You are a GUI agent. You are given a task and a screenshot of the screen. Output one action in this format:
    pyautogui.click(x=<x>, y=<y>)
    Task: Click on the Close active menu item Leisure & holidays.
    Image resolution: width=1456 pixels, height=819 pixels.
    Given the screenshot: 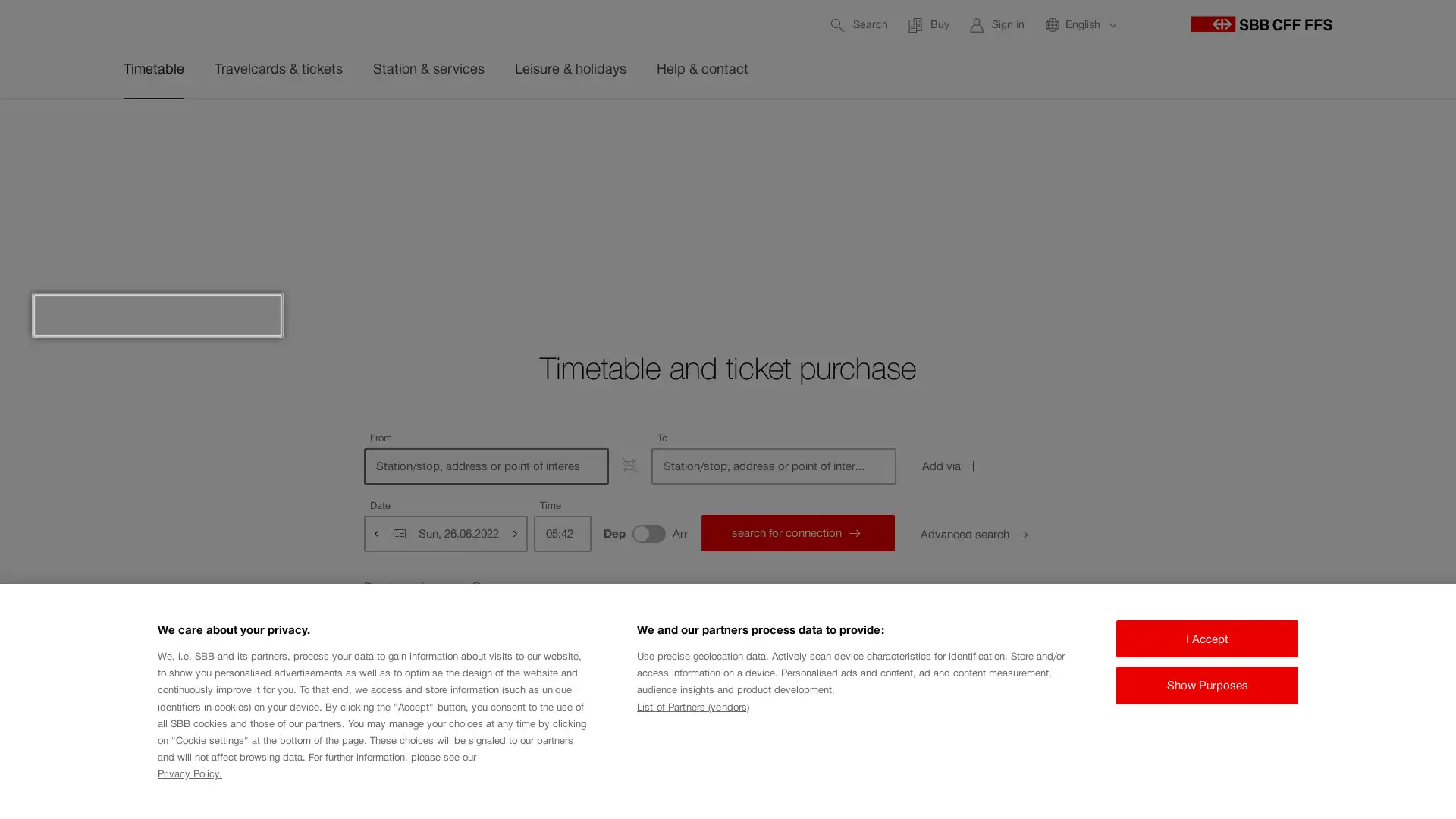 What is the action you would take?
    pyautogui.click(x=1350, y=133)
    